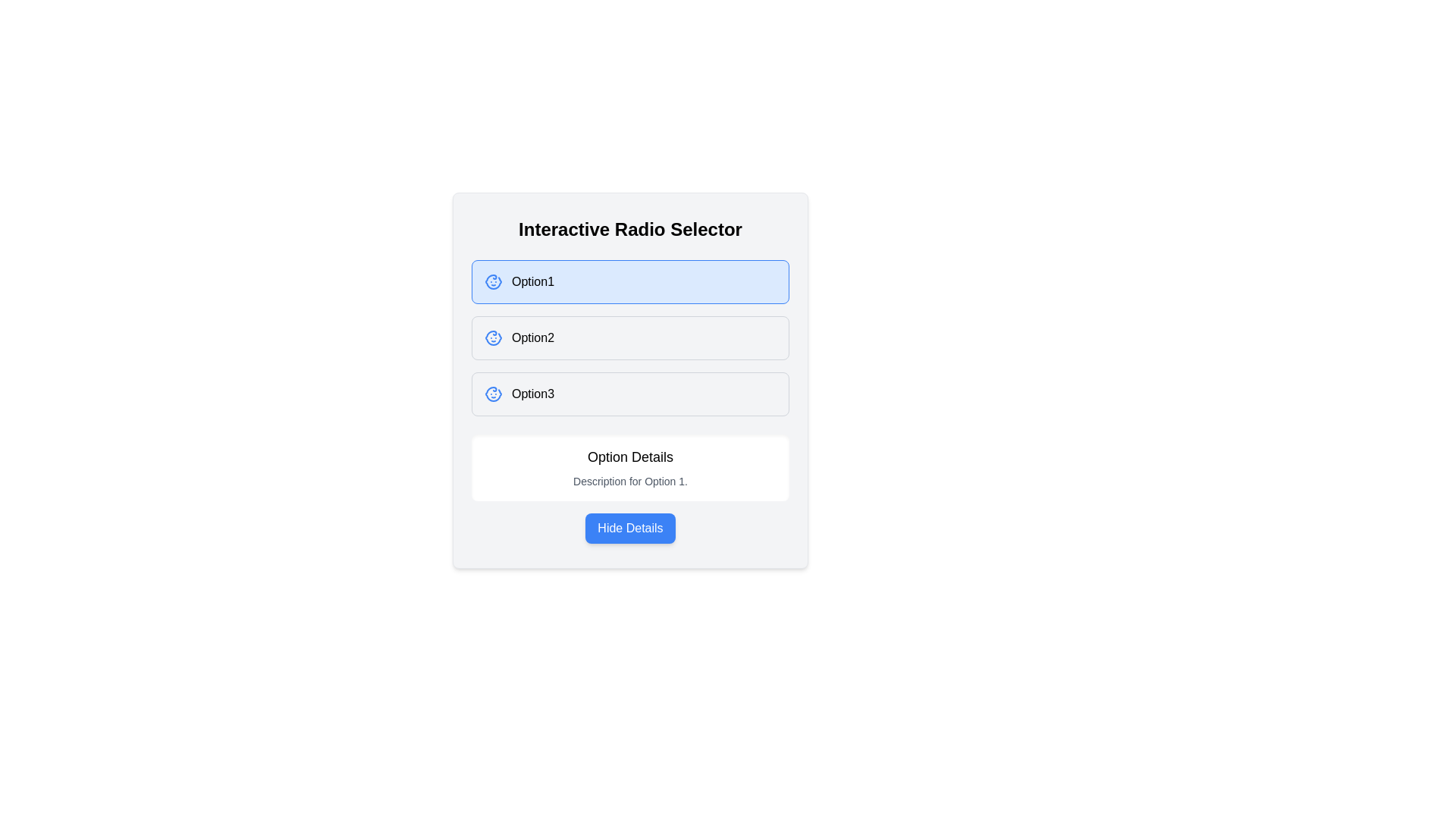  What do you see at coordinates (630, 337) in the screenshot?
I see `the radio group element which allows users to select one option among 'Option1', 'Option2', and 'Option3'` at bounding box center [630, 337].